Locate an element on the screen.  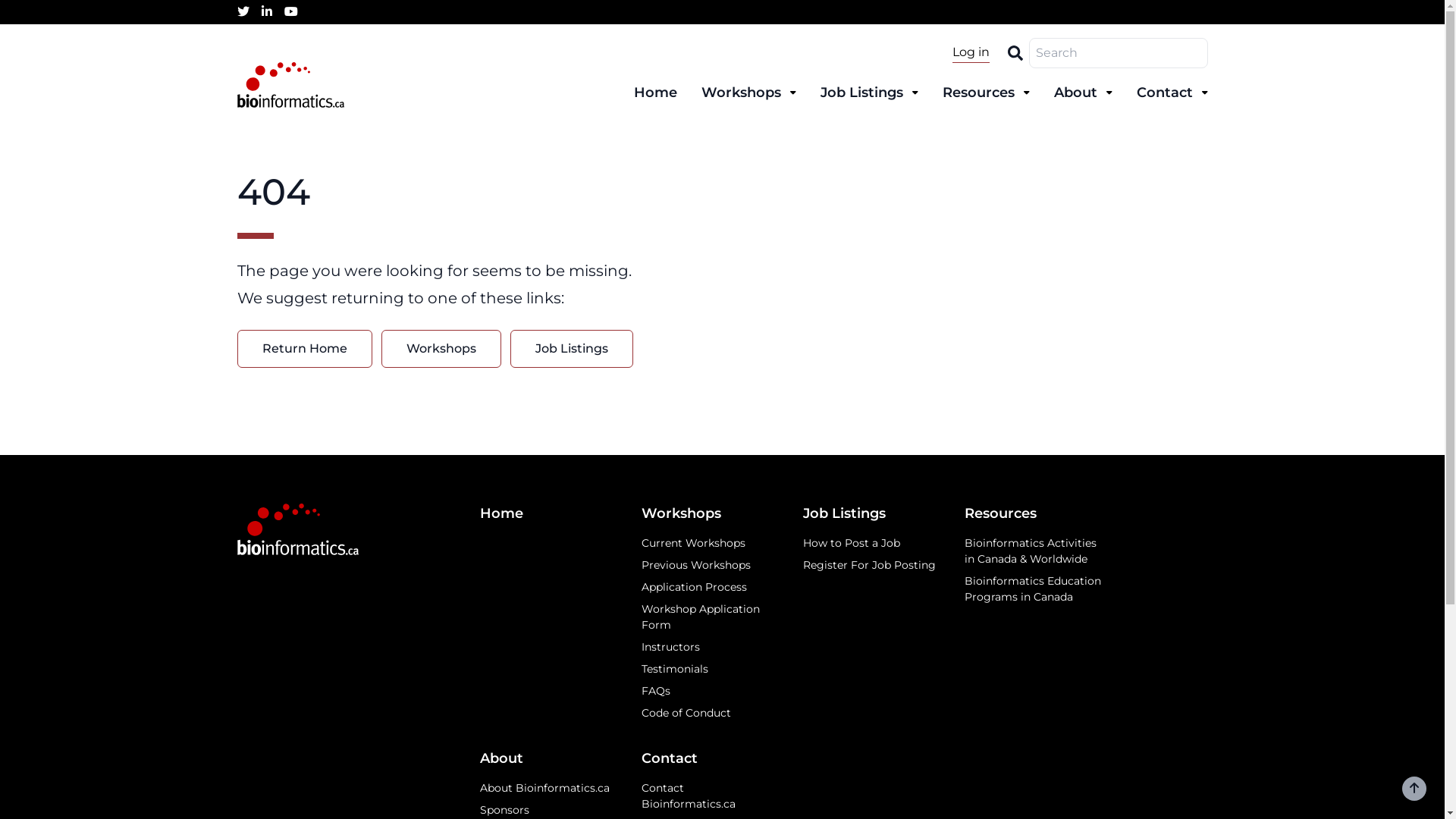
'Current Workshops' is located at coordinates (710, 542).